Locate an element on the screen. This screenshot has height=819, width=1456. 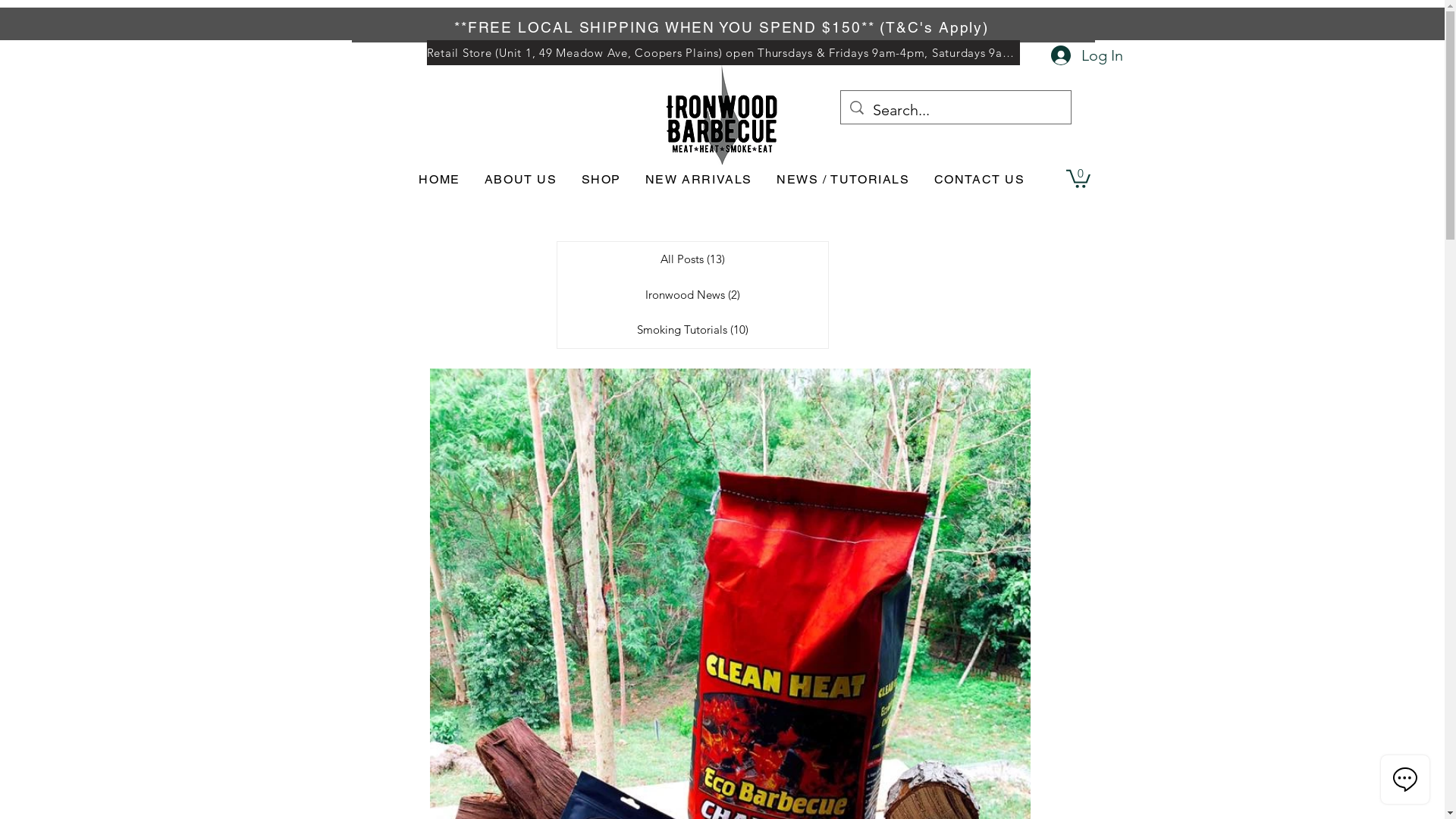
'Log In' is located at coordinates (1084, 55).